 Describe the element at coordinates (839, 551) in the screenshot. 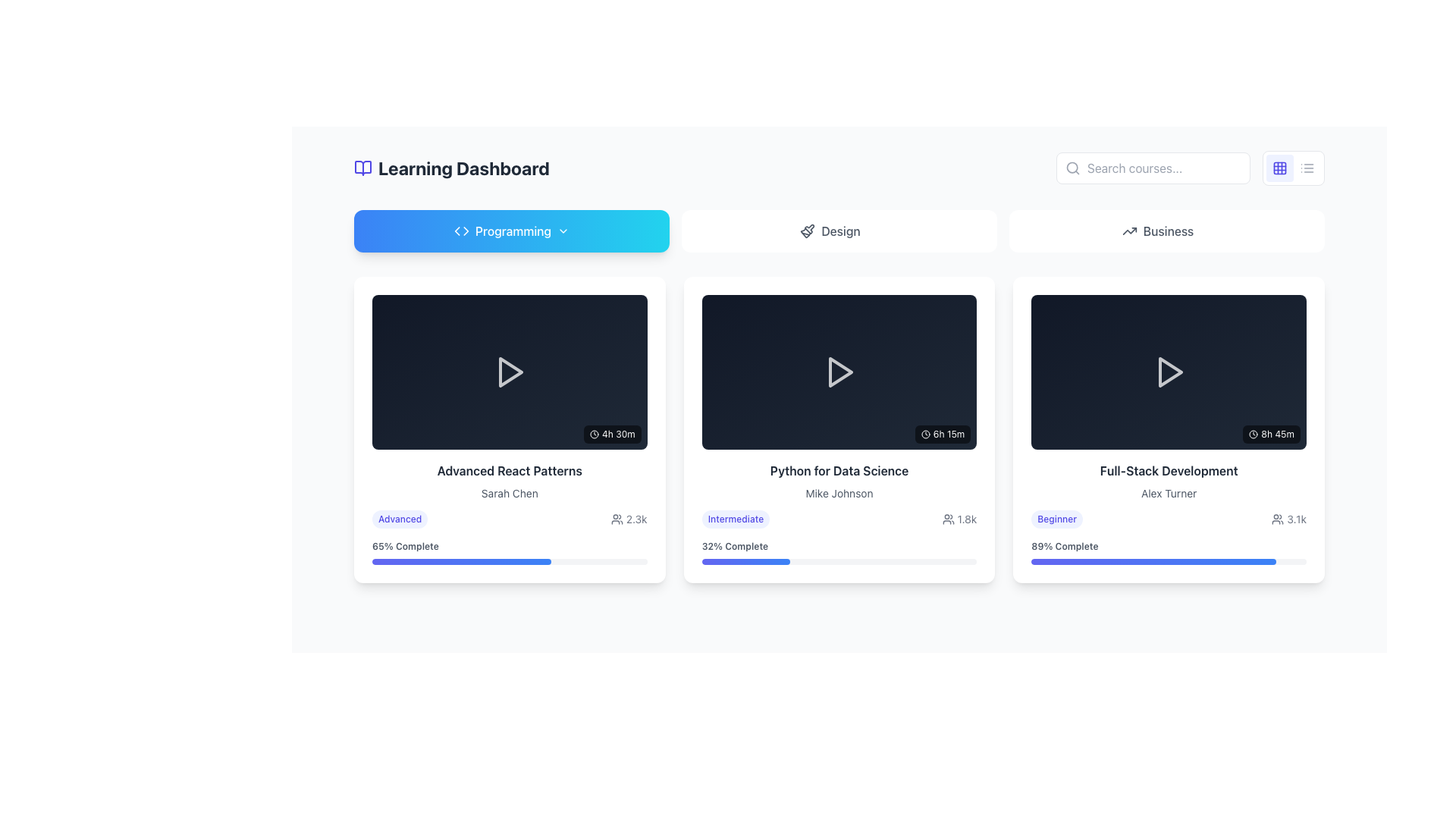

I see `the progress bar located at the bottom of the 'Python for Data Science' card, which visually indicates the completion status of the course module` at that location.